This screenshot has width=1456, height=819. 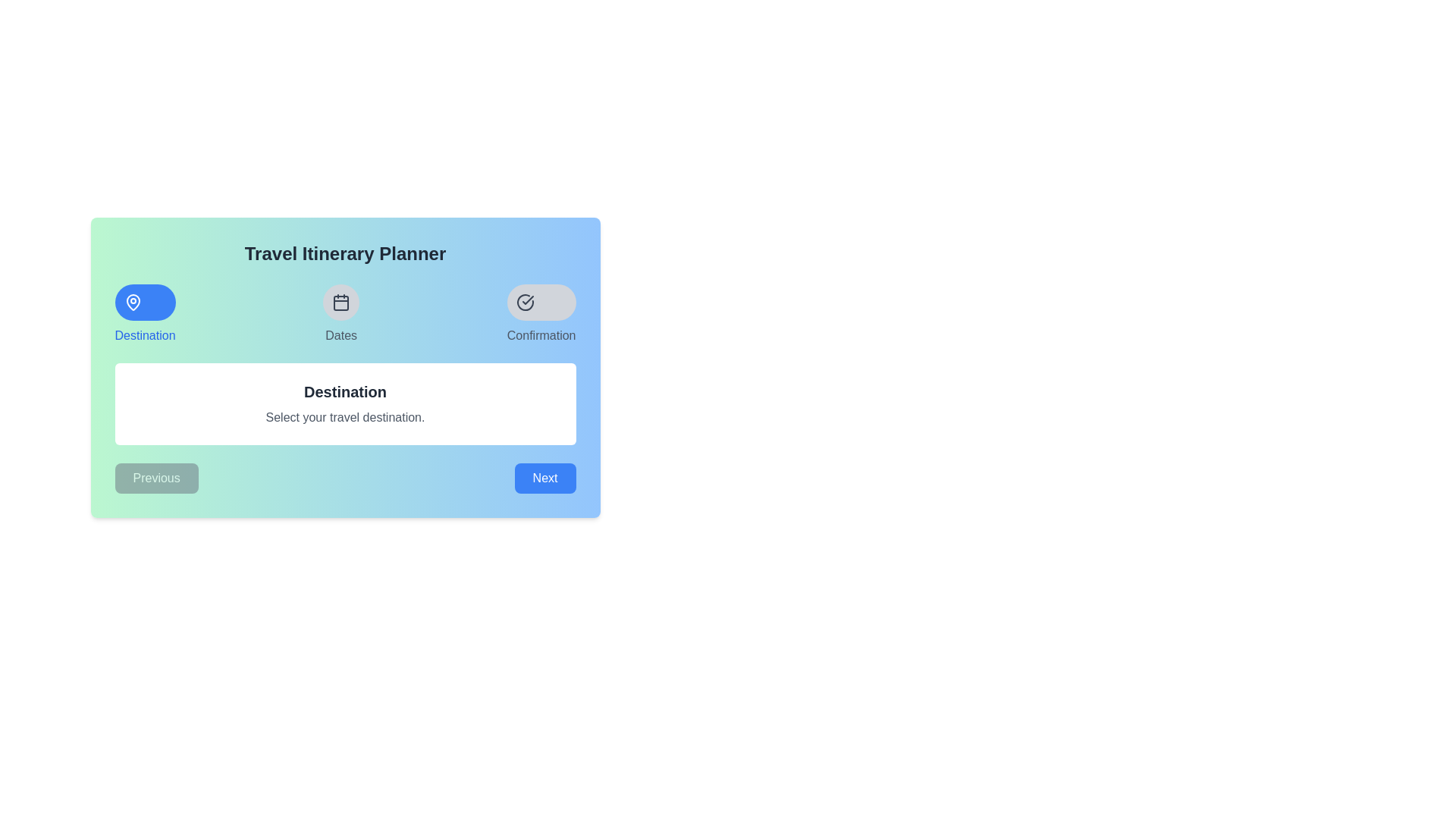 What do you see at coordinates (340, 314) in the screenshot?
I see `the circular icon with a calendar symbol and the label 'Dates'` at bounding box center [340, 314].